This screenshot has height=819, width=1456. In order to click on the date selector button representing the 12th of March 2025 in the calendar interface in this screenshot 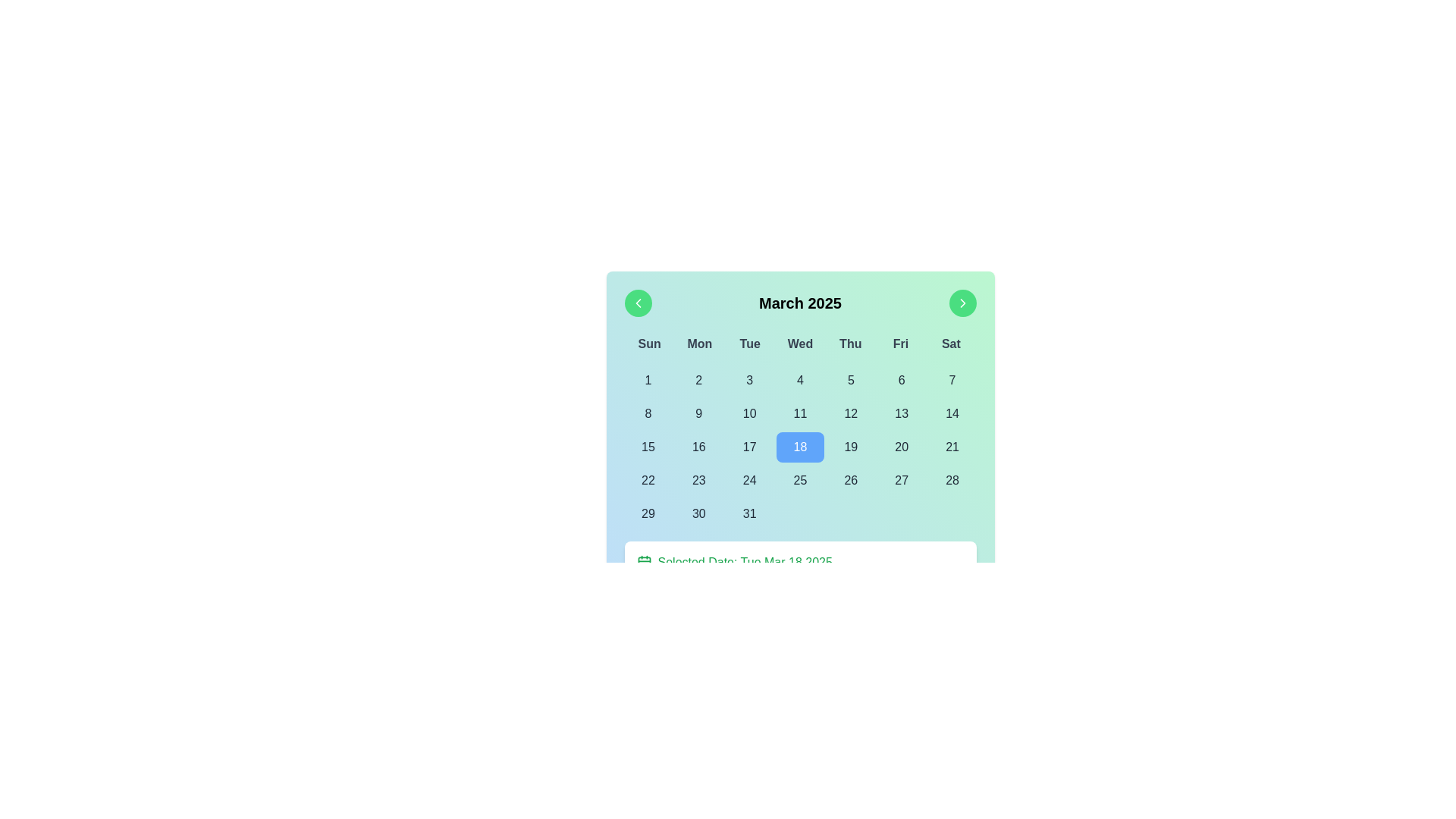, I will do `click(851, 414)`.